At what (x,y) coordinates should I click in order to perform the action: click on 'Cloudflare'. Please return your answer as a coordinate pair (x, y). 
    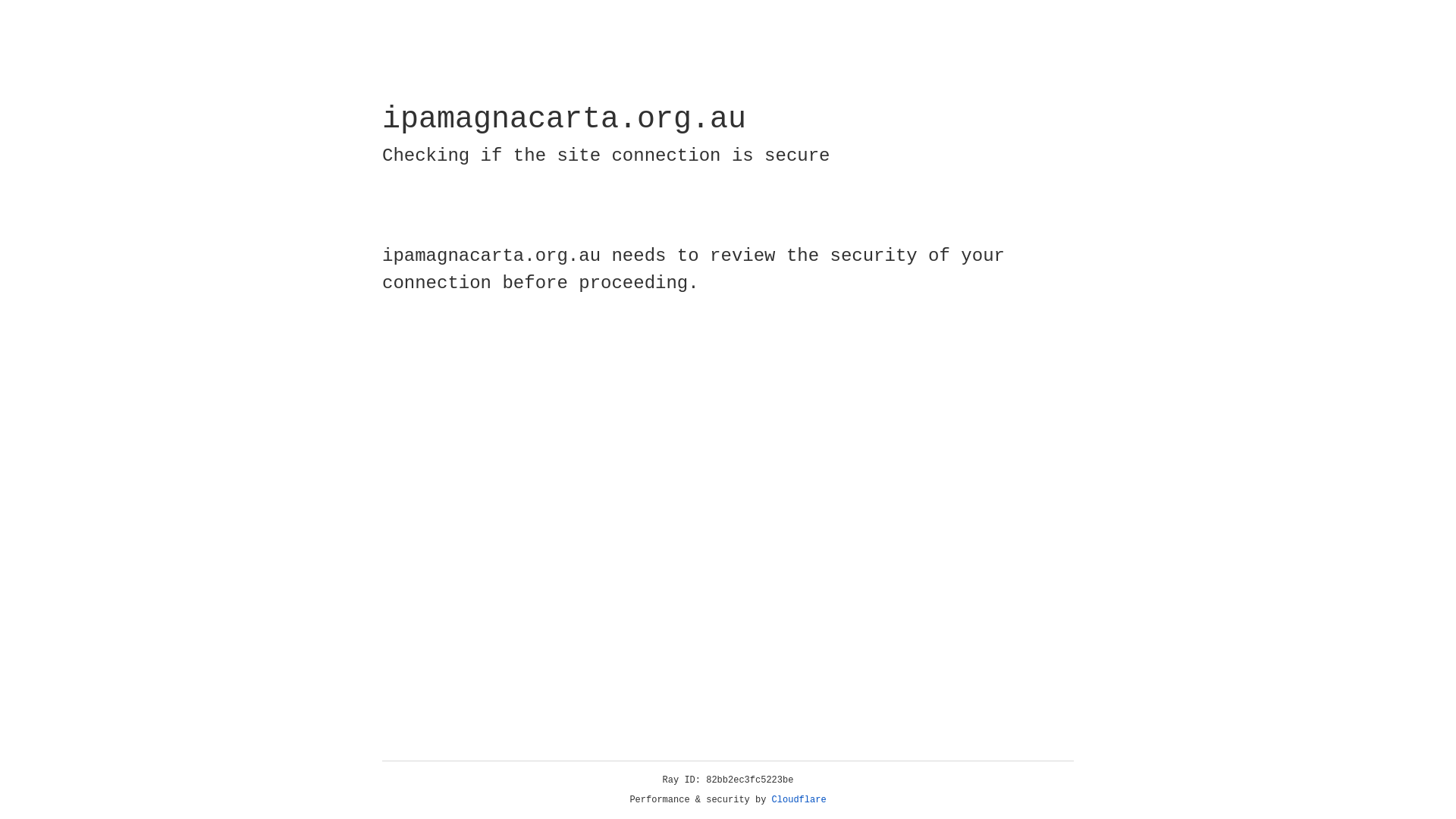
    Looking at the image, I should click on (771, 799).